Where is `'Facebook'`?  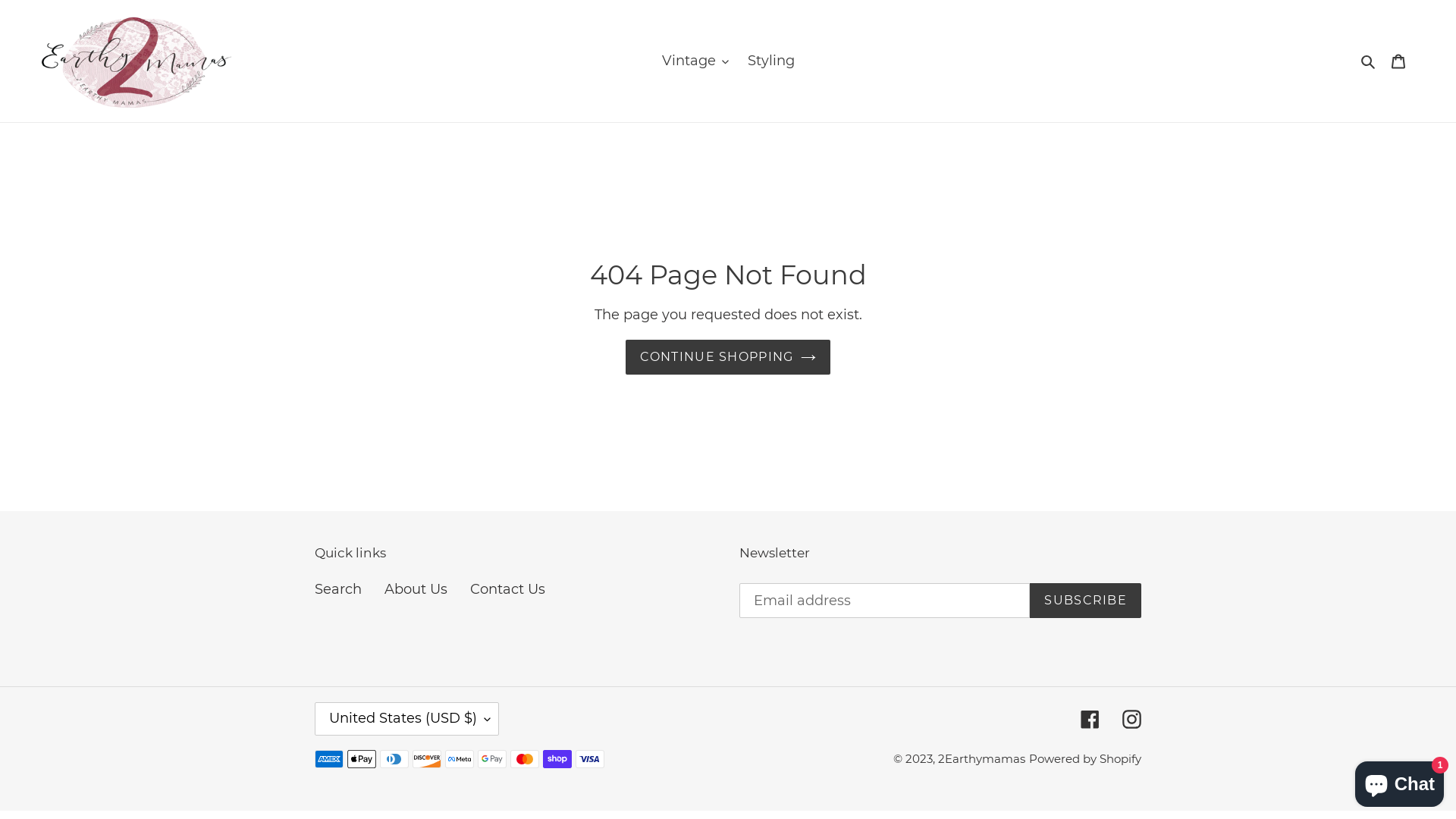
'Facebook' is located at coordinates (1089, 717).